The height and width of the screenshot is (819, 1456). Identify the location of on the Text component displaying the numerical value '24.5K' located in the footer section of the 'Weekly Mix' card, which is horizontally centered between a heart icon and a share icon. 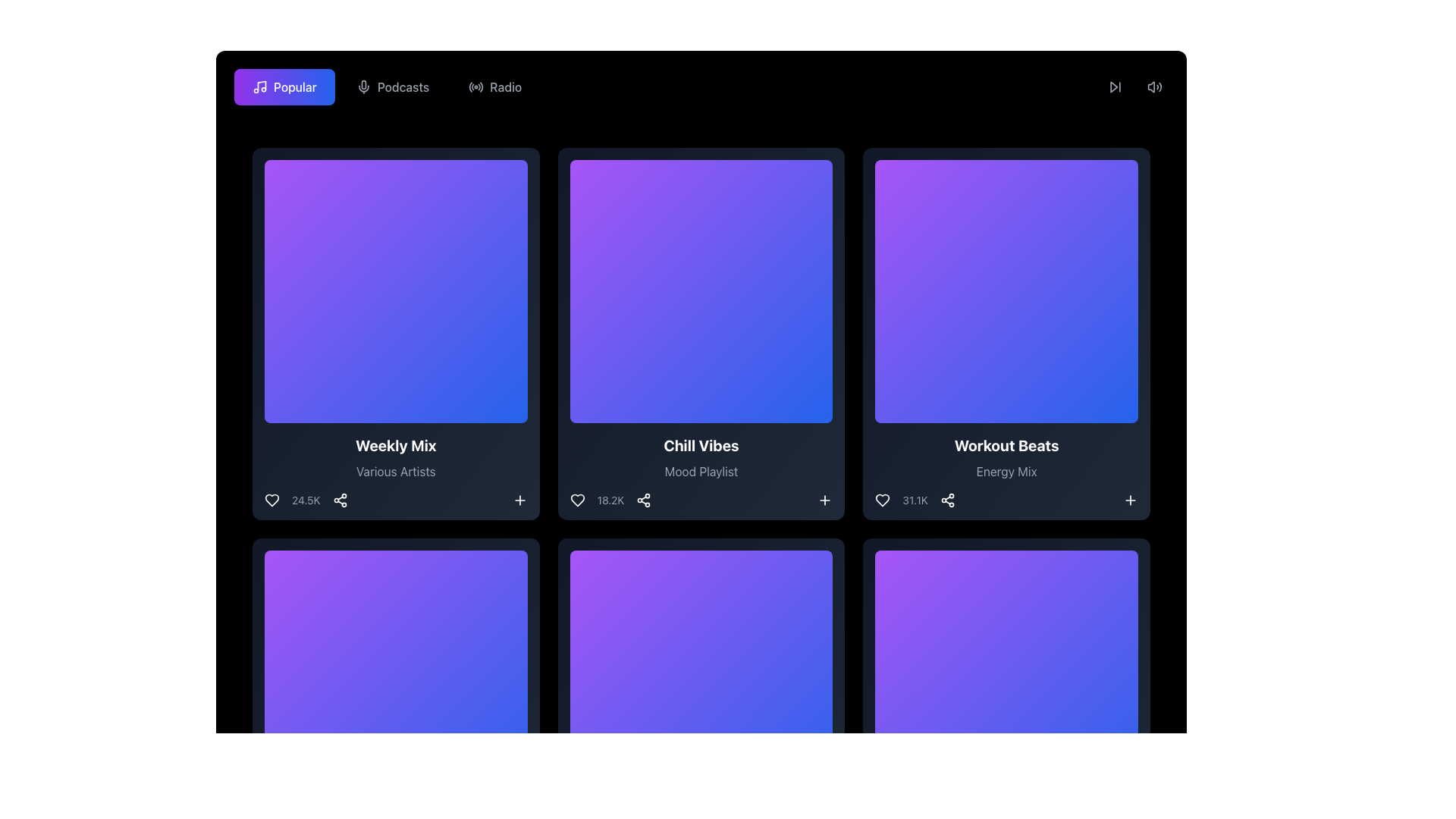
(305, 500).